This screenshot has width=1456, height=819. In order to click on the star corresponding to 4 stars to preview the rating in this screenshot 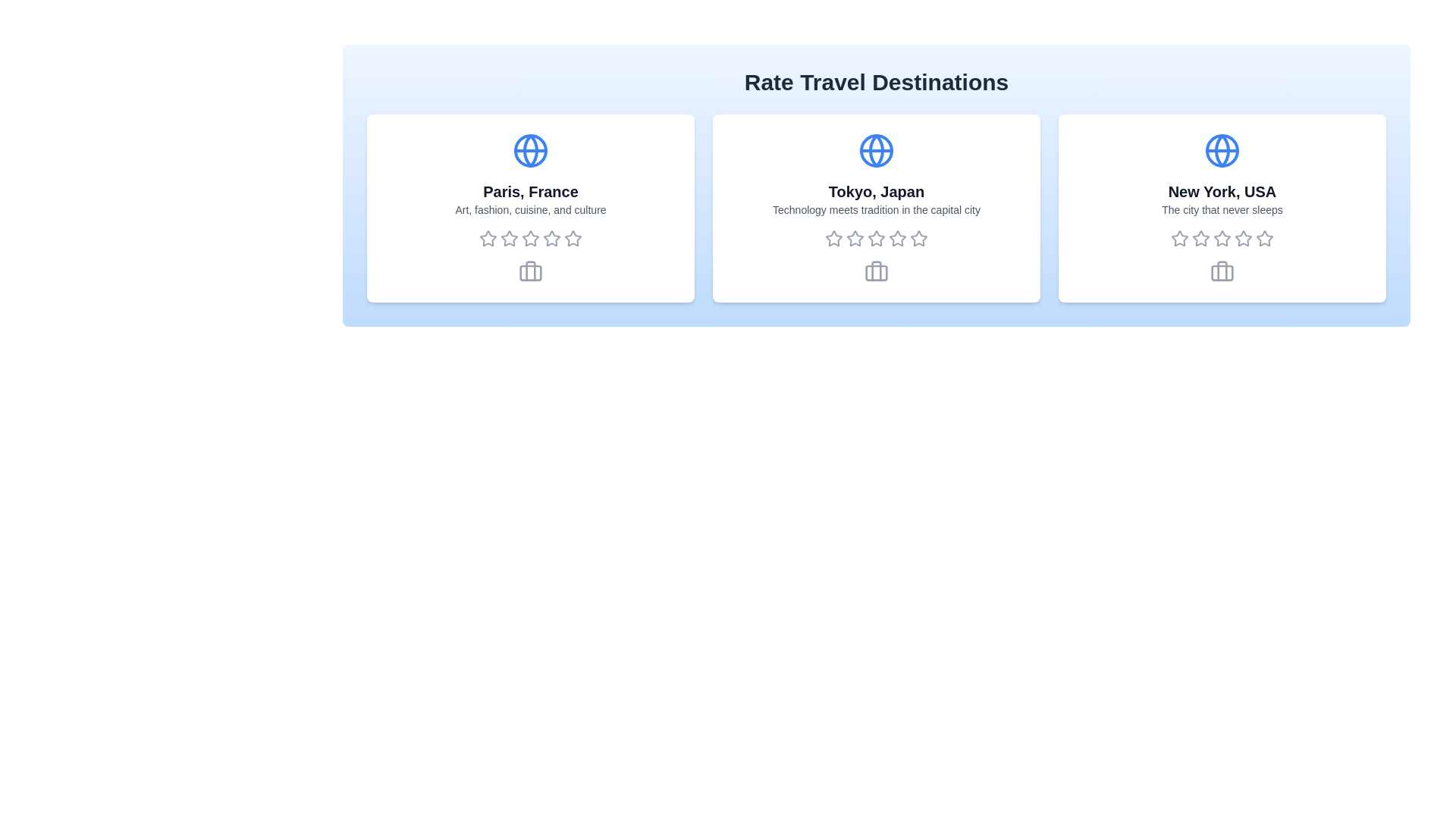, I will do `click(551, 239)`.